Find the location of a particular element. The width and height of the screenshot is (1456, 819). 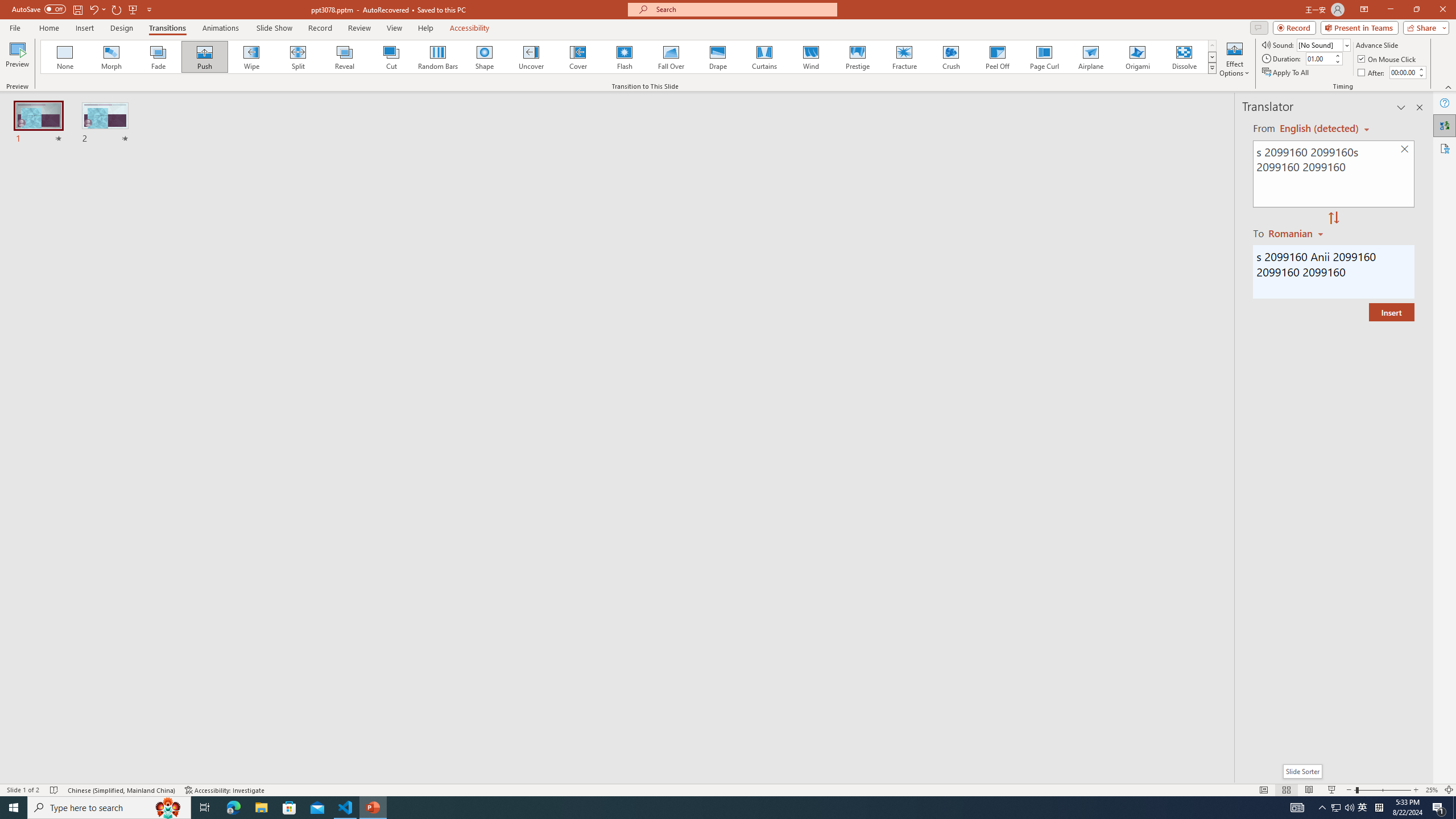

'Dissolve' is located at coordinates (1183, 56).